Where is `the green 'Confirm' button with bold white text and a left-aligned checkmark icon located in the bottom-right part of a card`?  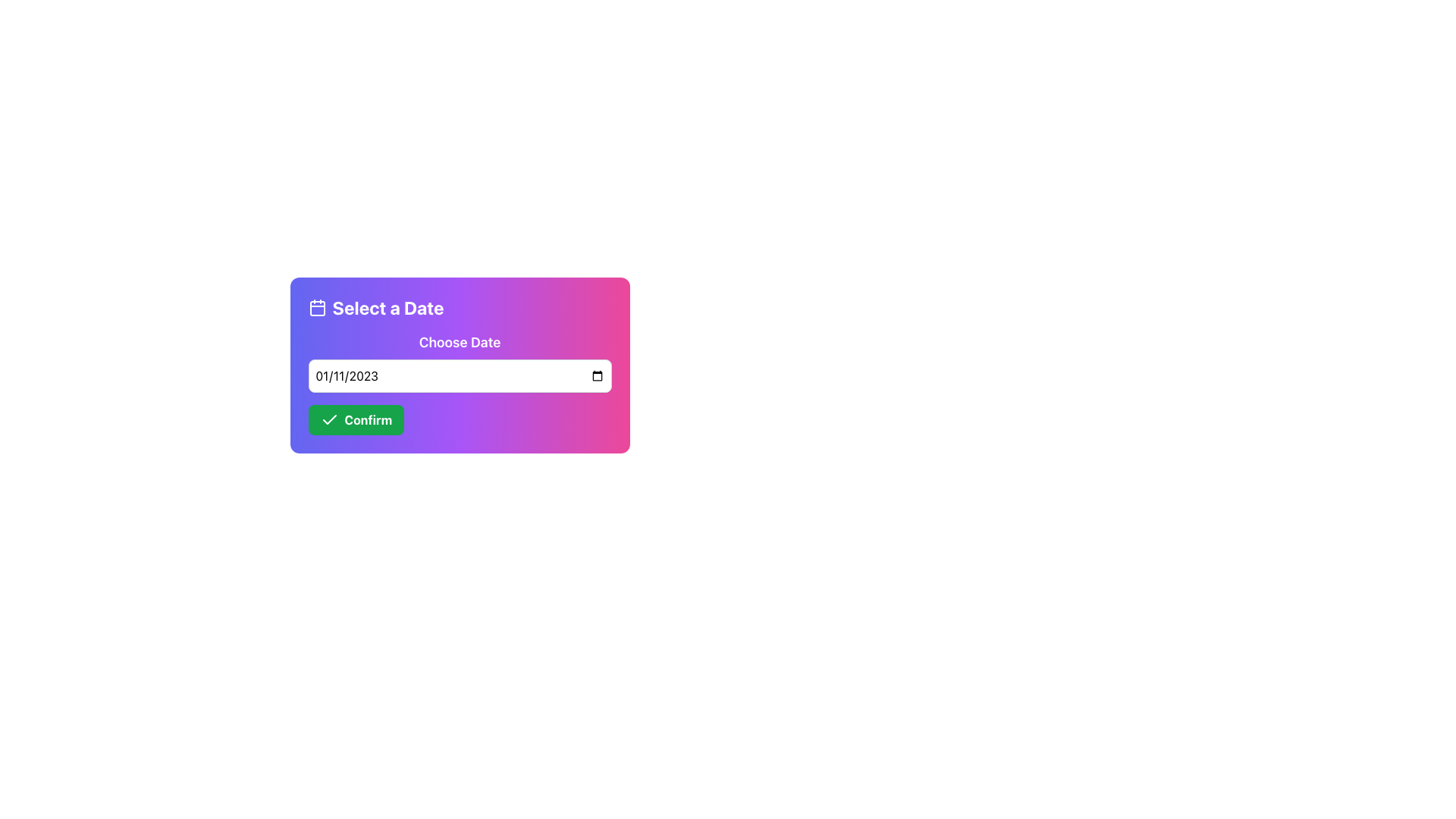
the green 'Confirm' button with bold white text and a left-aligned checkmark icon located in the bottom-right part of a card is located at coordinates (355, 420).